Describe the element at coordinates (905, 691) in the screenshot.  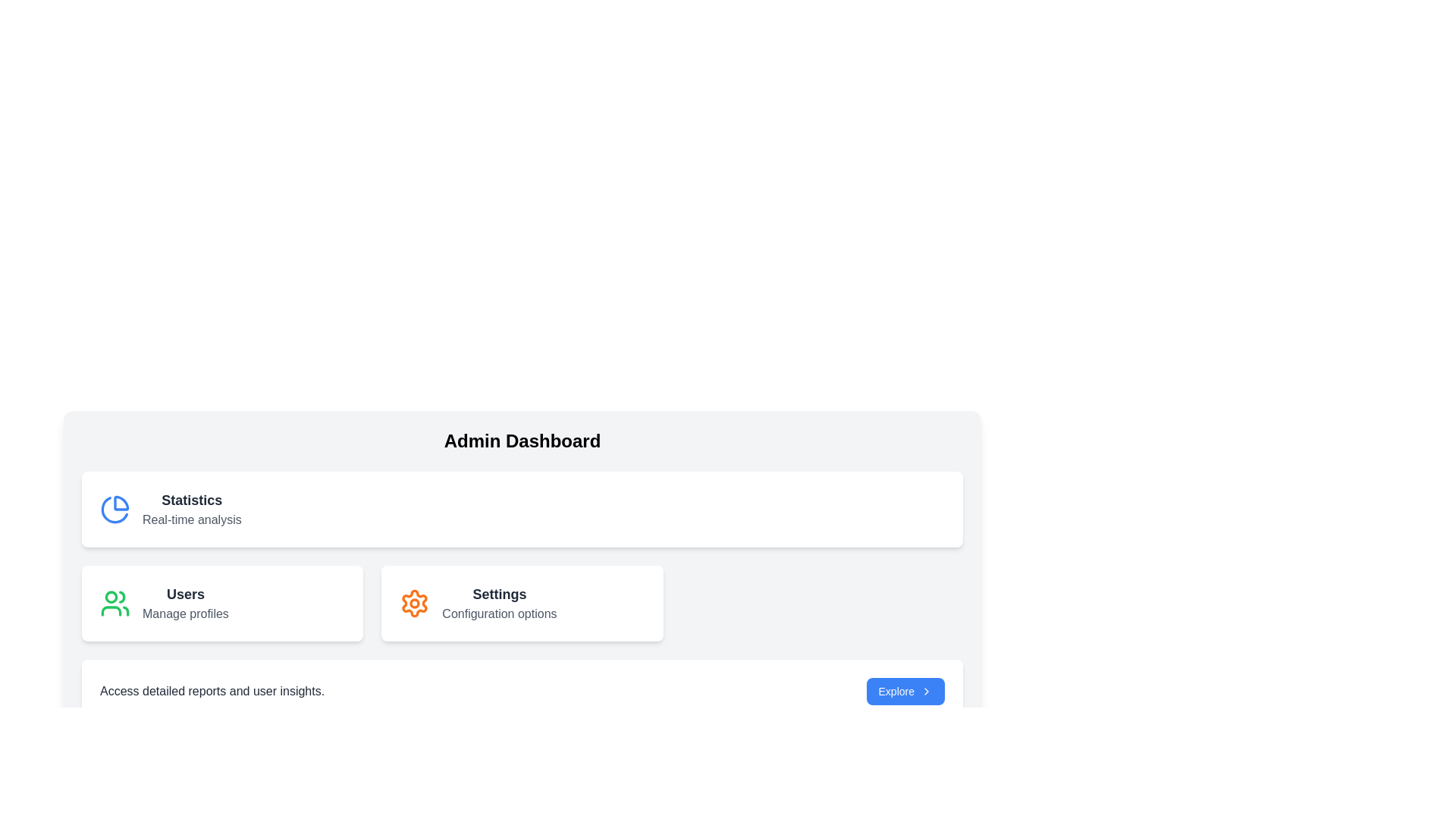
I see `the forward navigation button located at the bottom-right corner of the panel` at that location.